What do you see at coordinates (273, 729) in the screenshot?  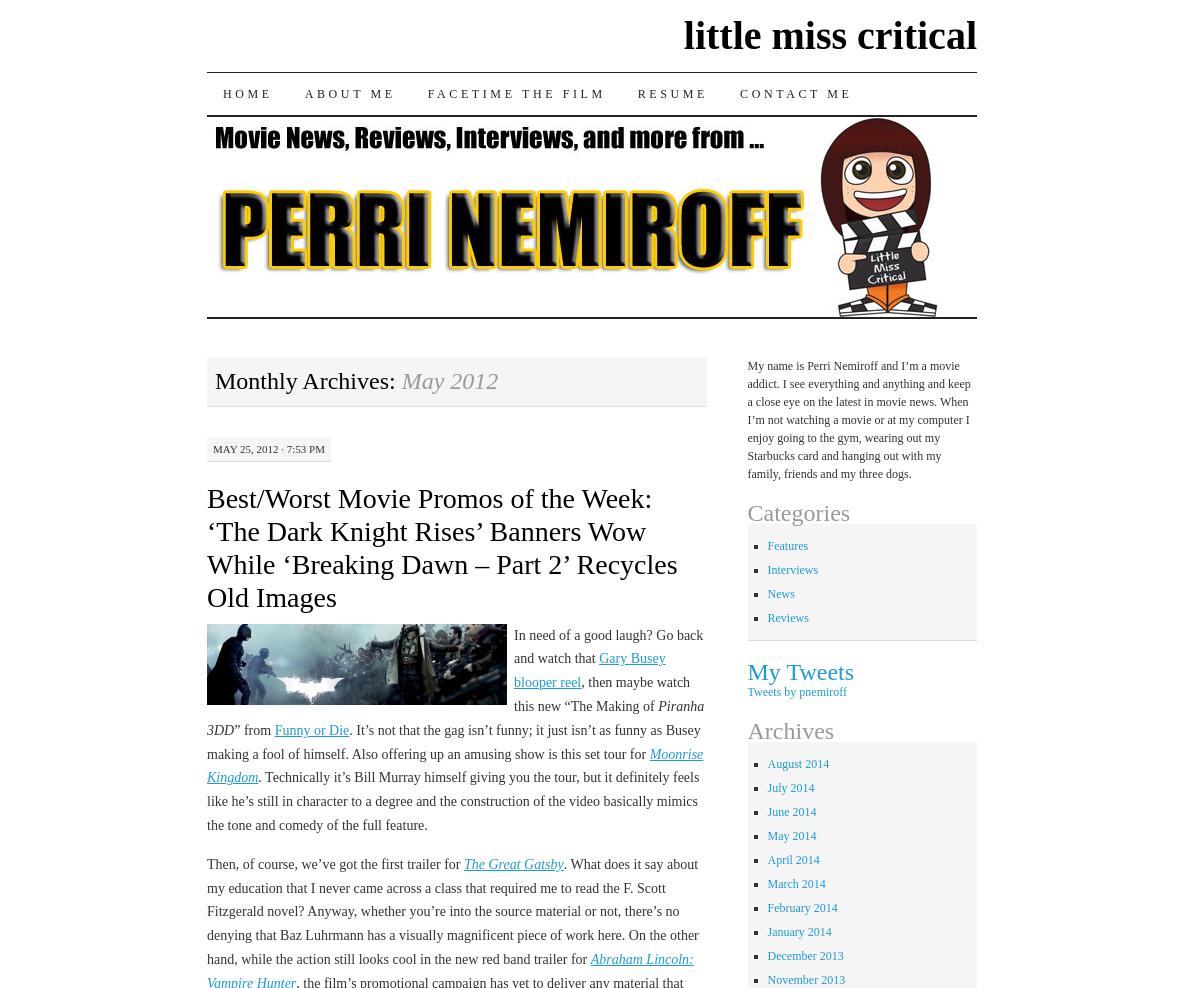 I see `'Funny or Die'` at bounding box center [273, 729].